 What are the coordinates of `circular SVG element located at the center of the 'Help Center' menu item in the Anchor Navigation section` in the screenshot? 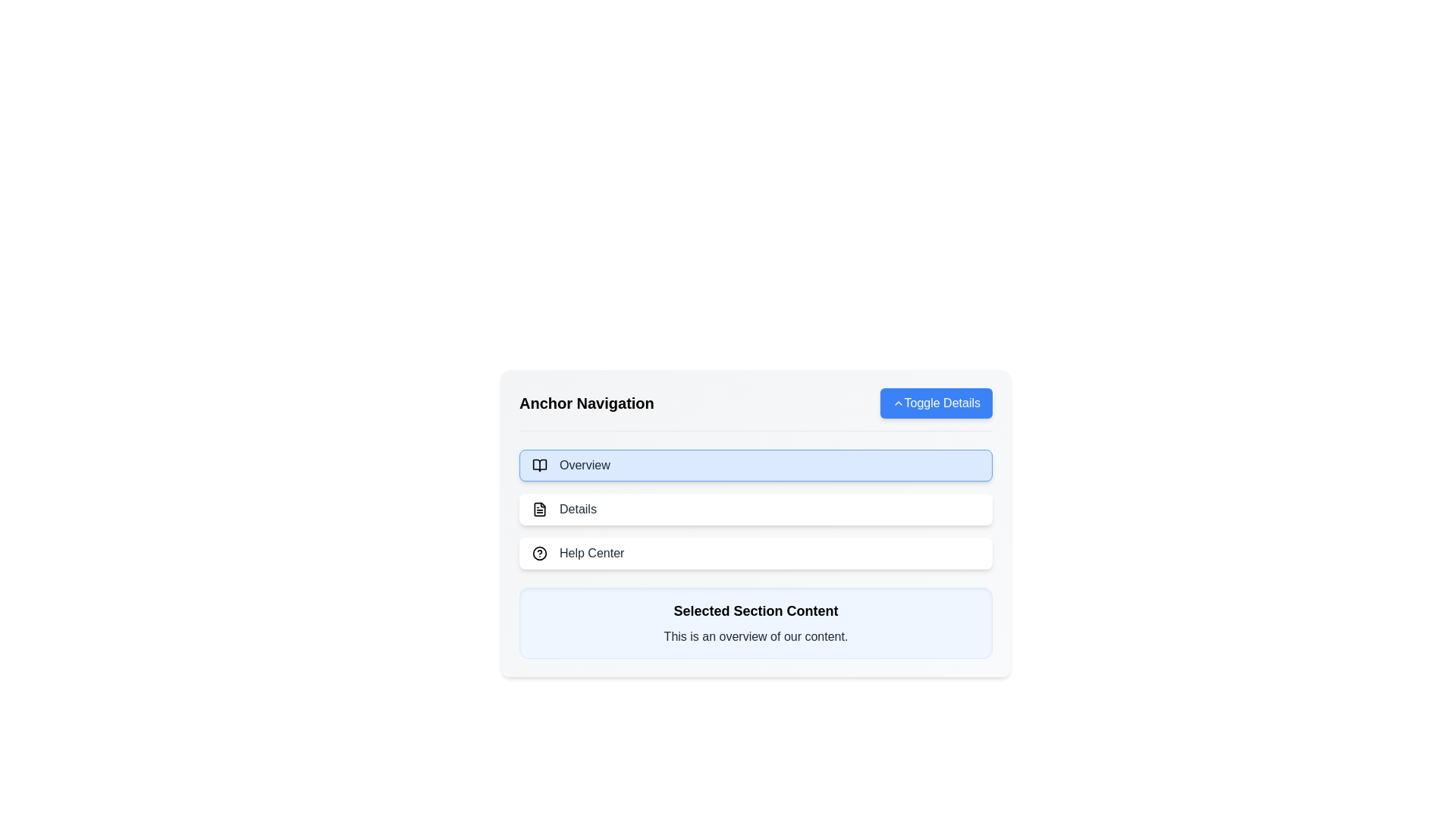 It's located at (539, 553).